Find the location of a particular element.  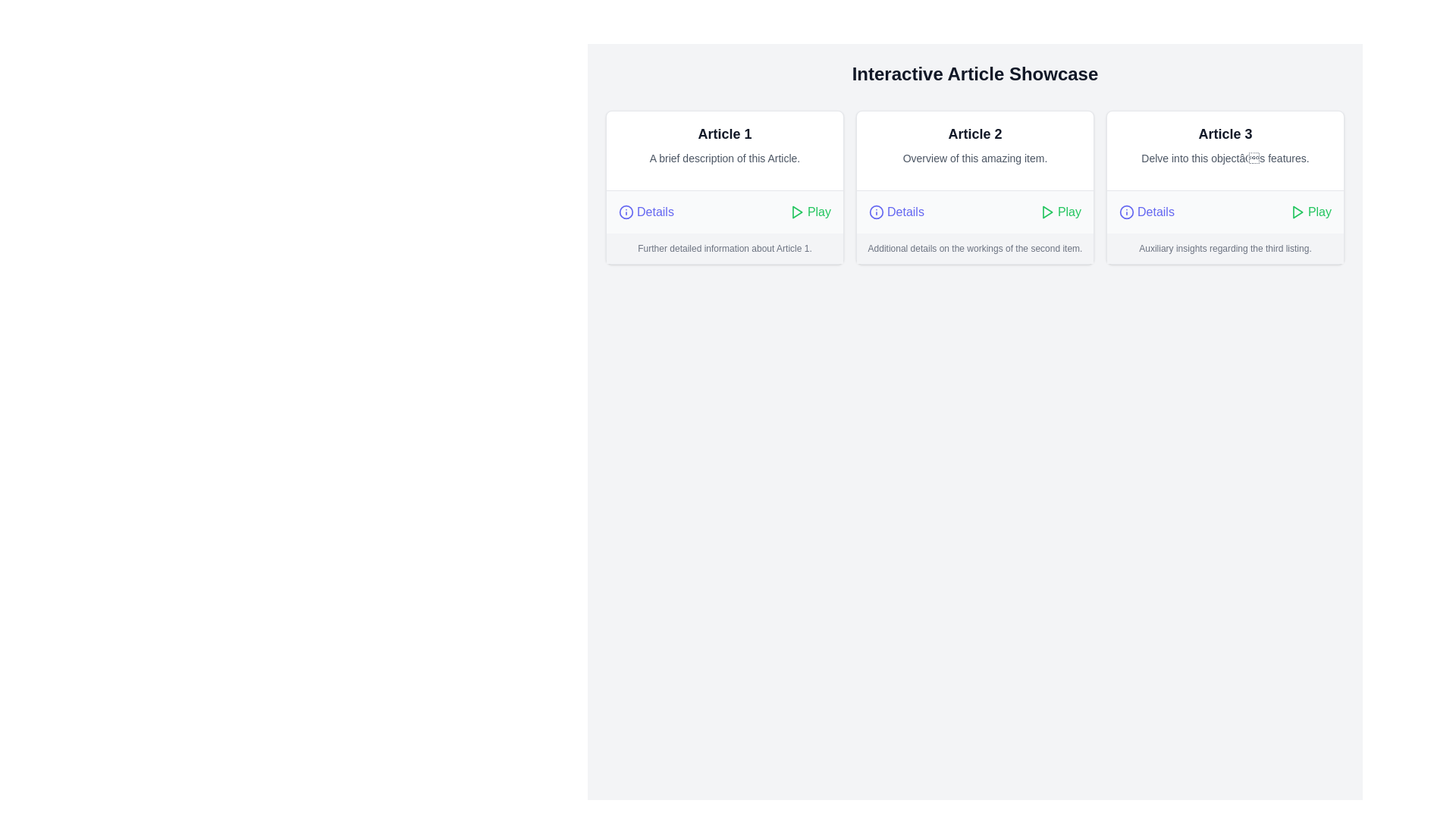

the static text reading 'Delve into this object’s features.' which is positioned below the heading 'Article 3' in the third card from the left is located at coordinates (1225, 158).